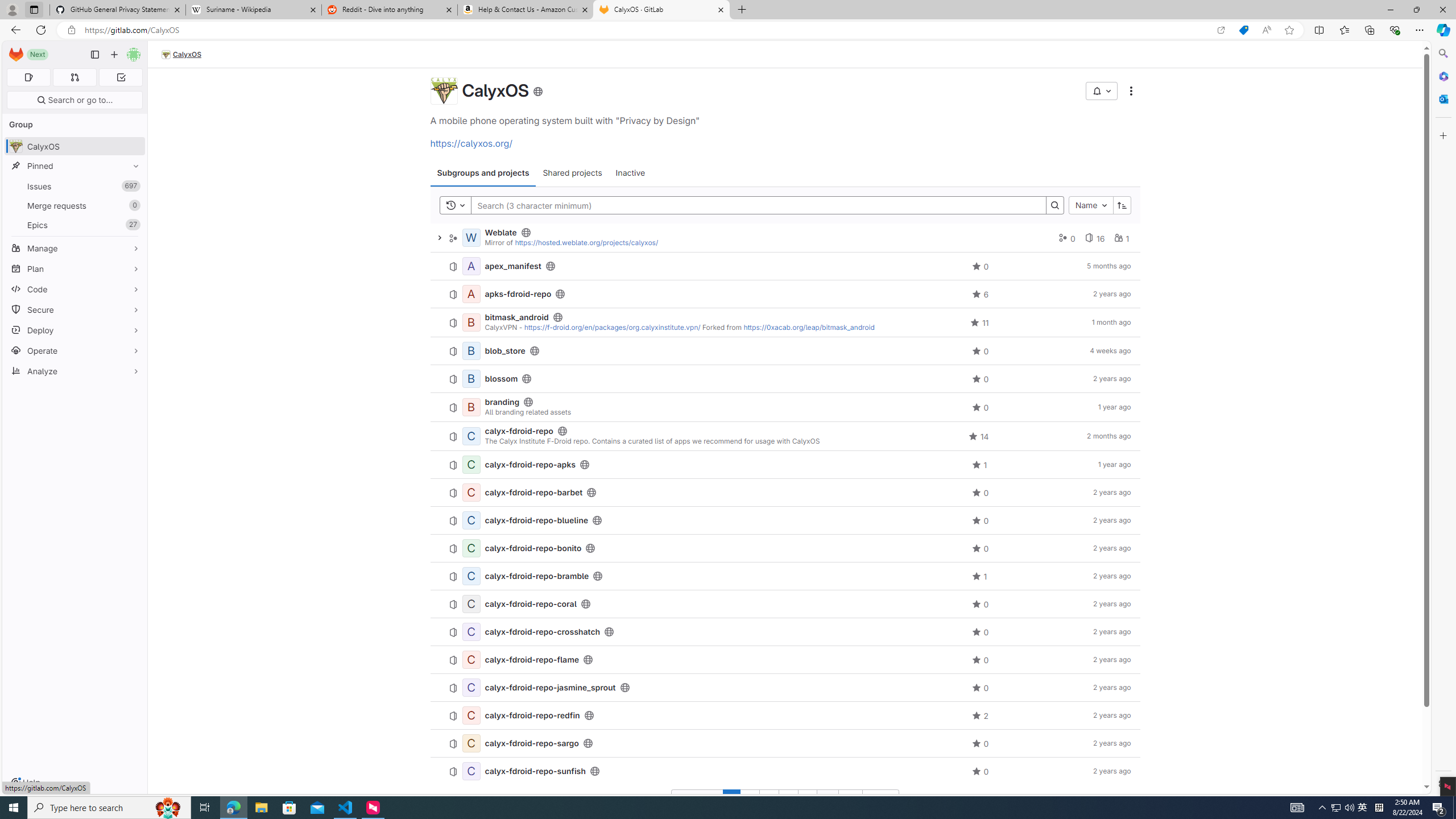 The width and height of the screenshot is (1456, 819). I want to click on 'Unpin Merge requests', so click(133, 205).